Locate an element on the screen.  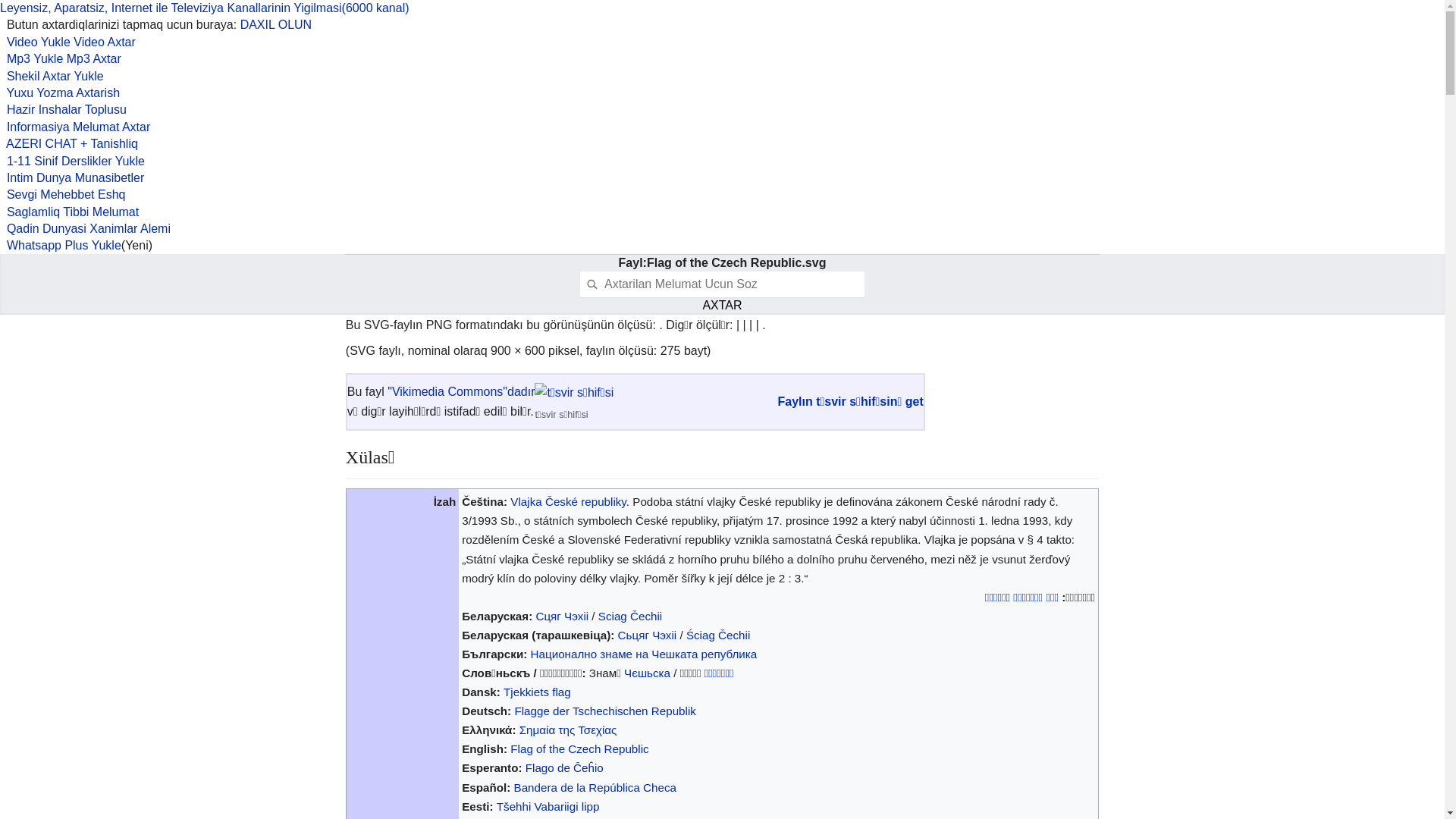
'  Sevgi Mehebbet Eshq' is located at coordinates (0, 193).